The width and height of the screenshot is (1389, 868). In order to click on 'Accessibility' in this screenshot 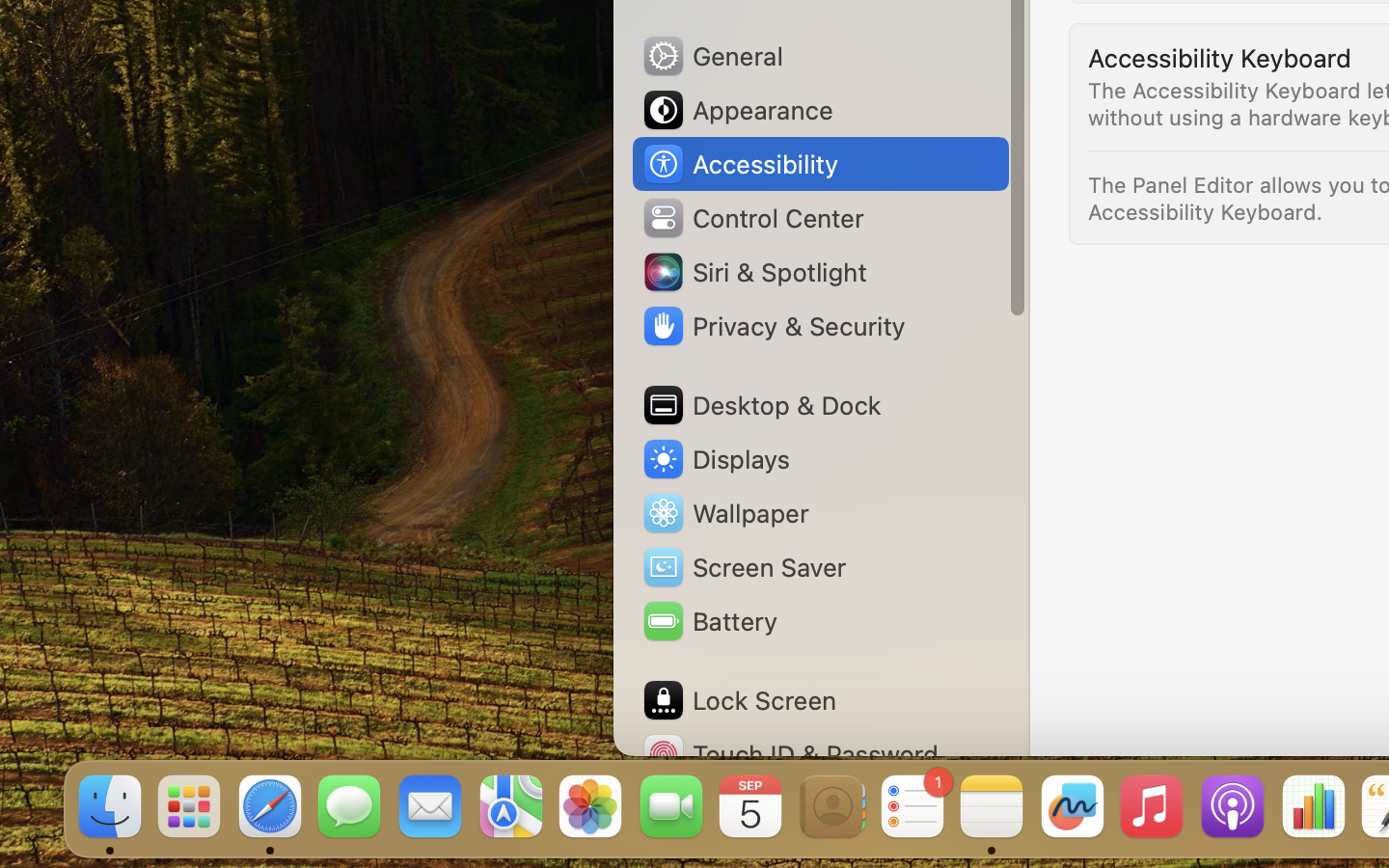, I will do `click(738, 164)`.